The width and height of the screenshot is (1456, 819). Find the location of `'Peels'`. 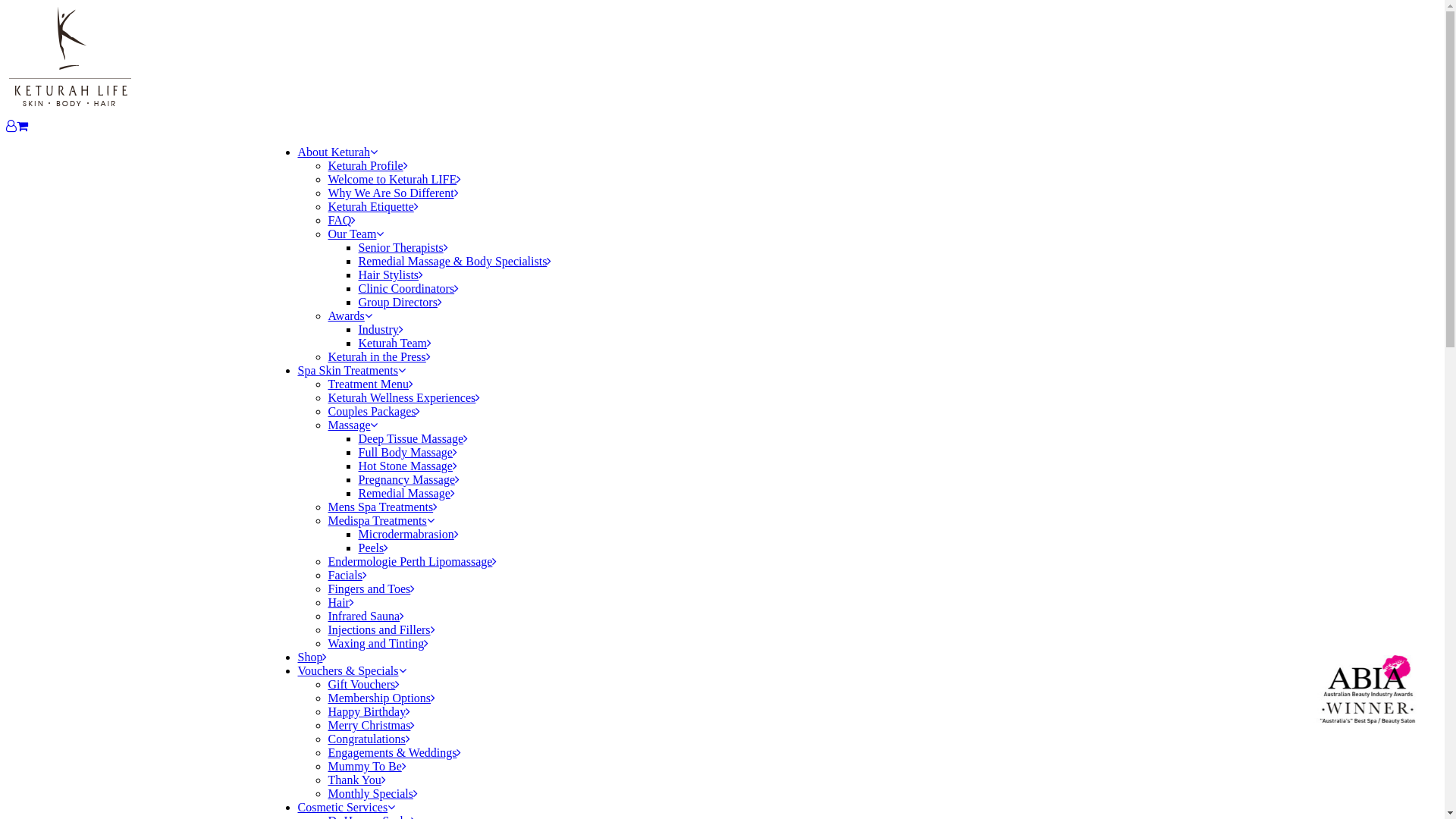

'Peels' is located at coordinates (372, 548).